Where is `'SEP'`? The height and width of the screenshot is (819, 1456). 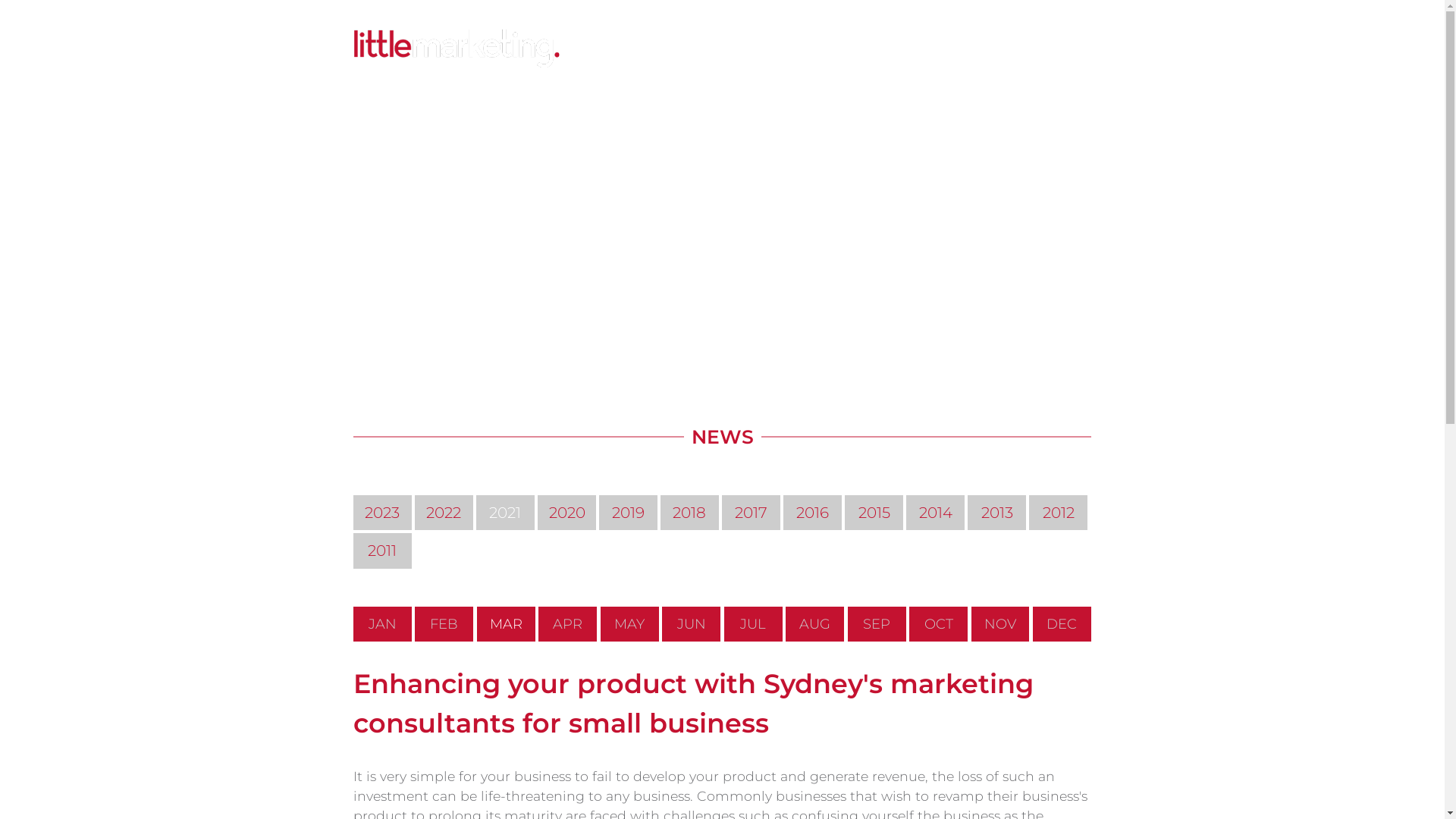 'SEP' is located at coordinates (847, 623).